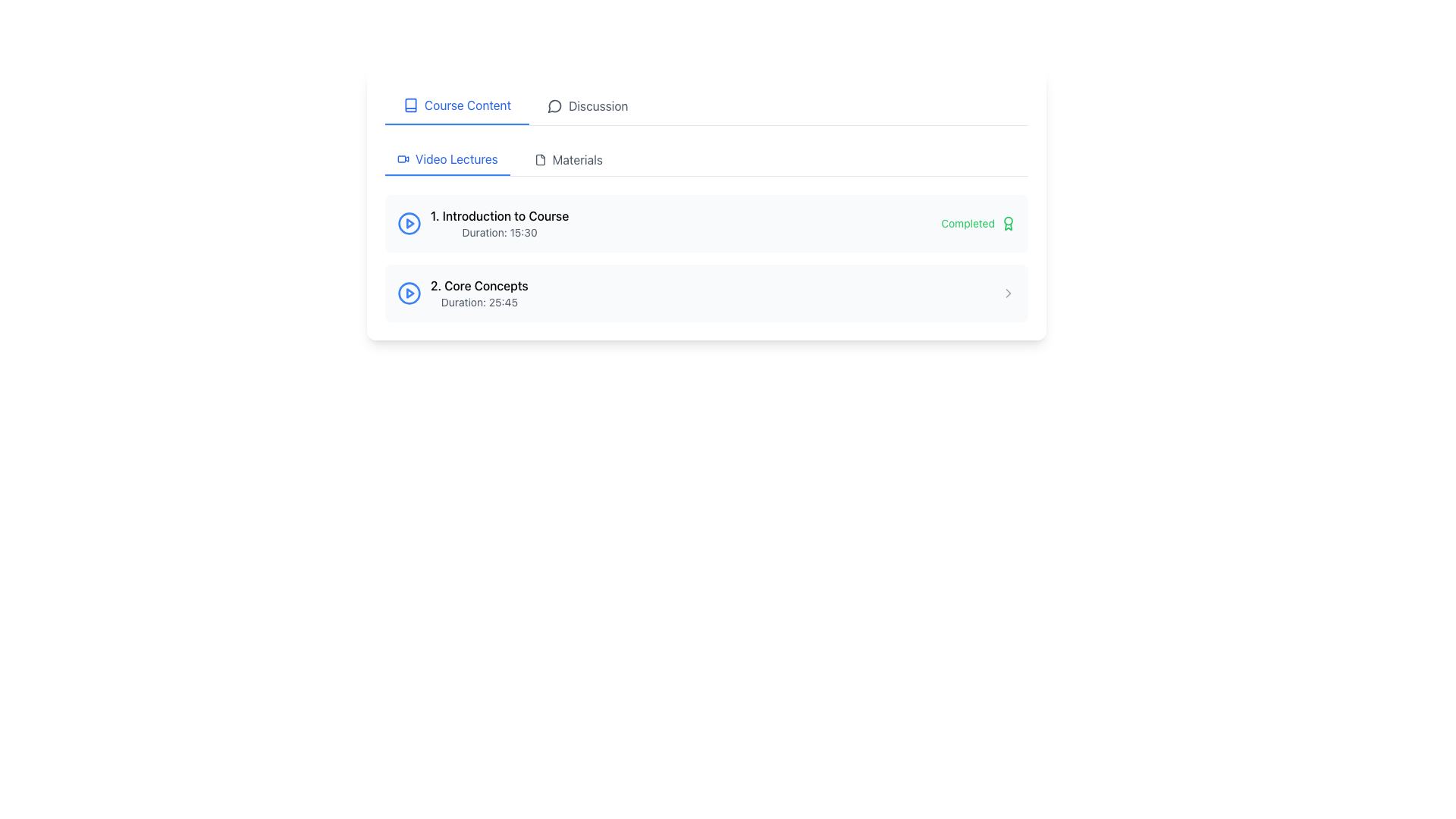 This screenshot has height=819, width=1456. What do you see at coordinates (705, 293) in the screenshot?
I see `the second list item titled '2. Core Concepts'` at bounding box center [705, 293].